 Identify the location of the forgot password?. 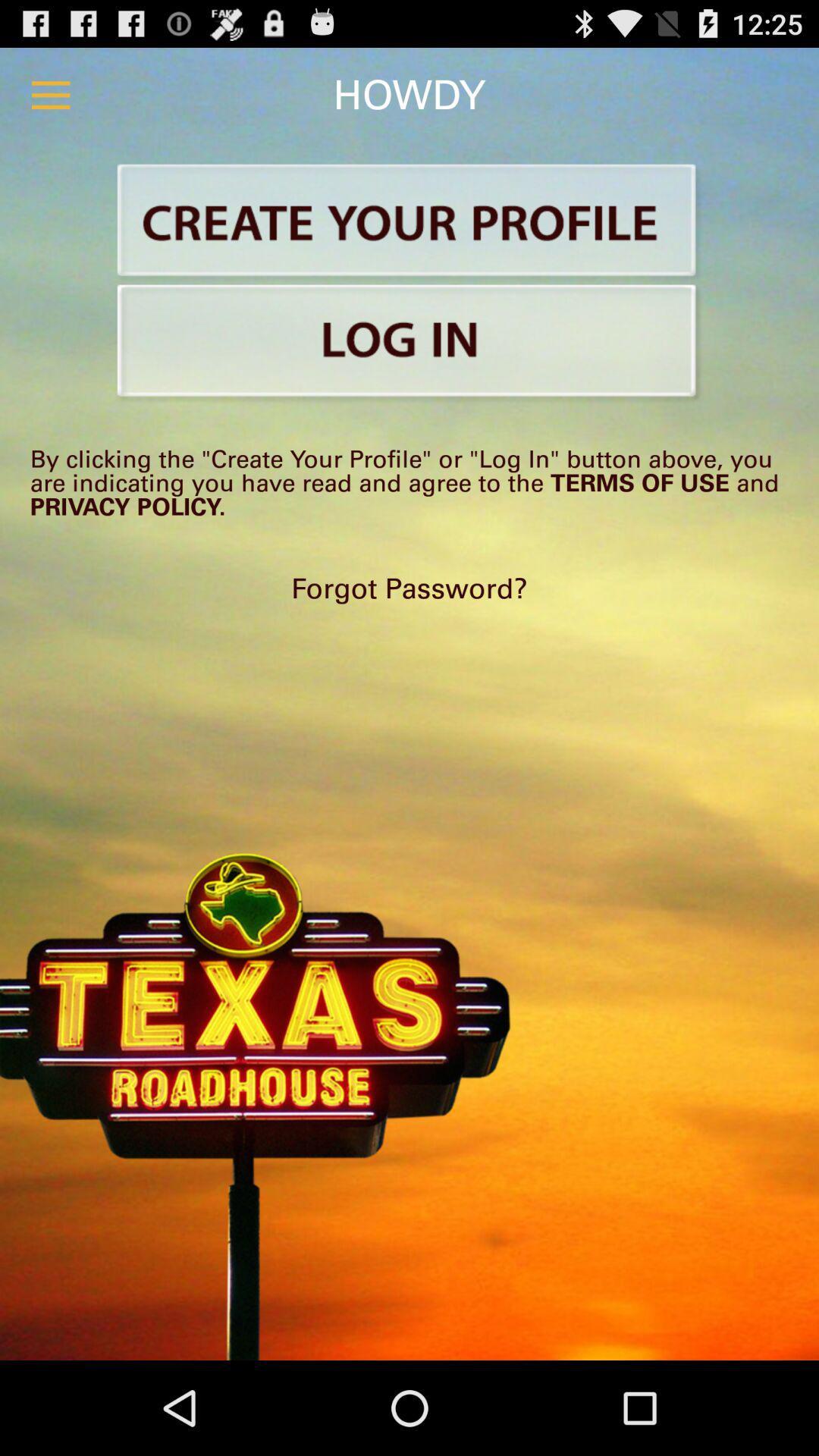
(409, 588).